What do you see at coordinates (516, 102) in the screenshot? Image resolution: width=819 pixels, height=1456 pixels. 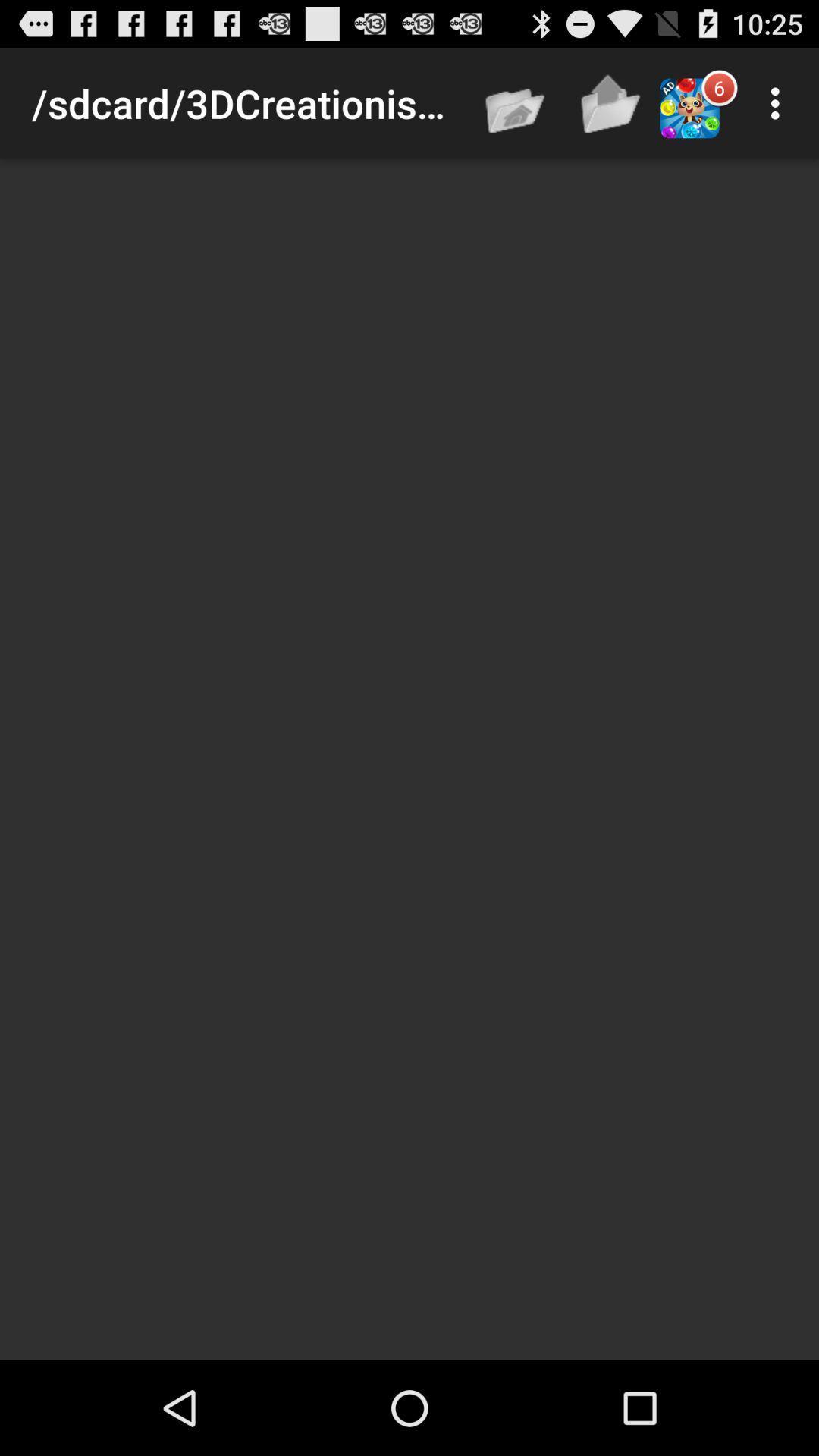 I see `icon at the top` at bounding box center [516, 102].